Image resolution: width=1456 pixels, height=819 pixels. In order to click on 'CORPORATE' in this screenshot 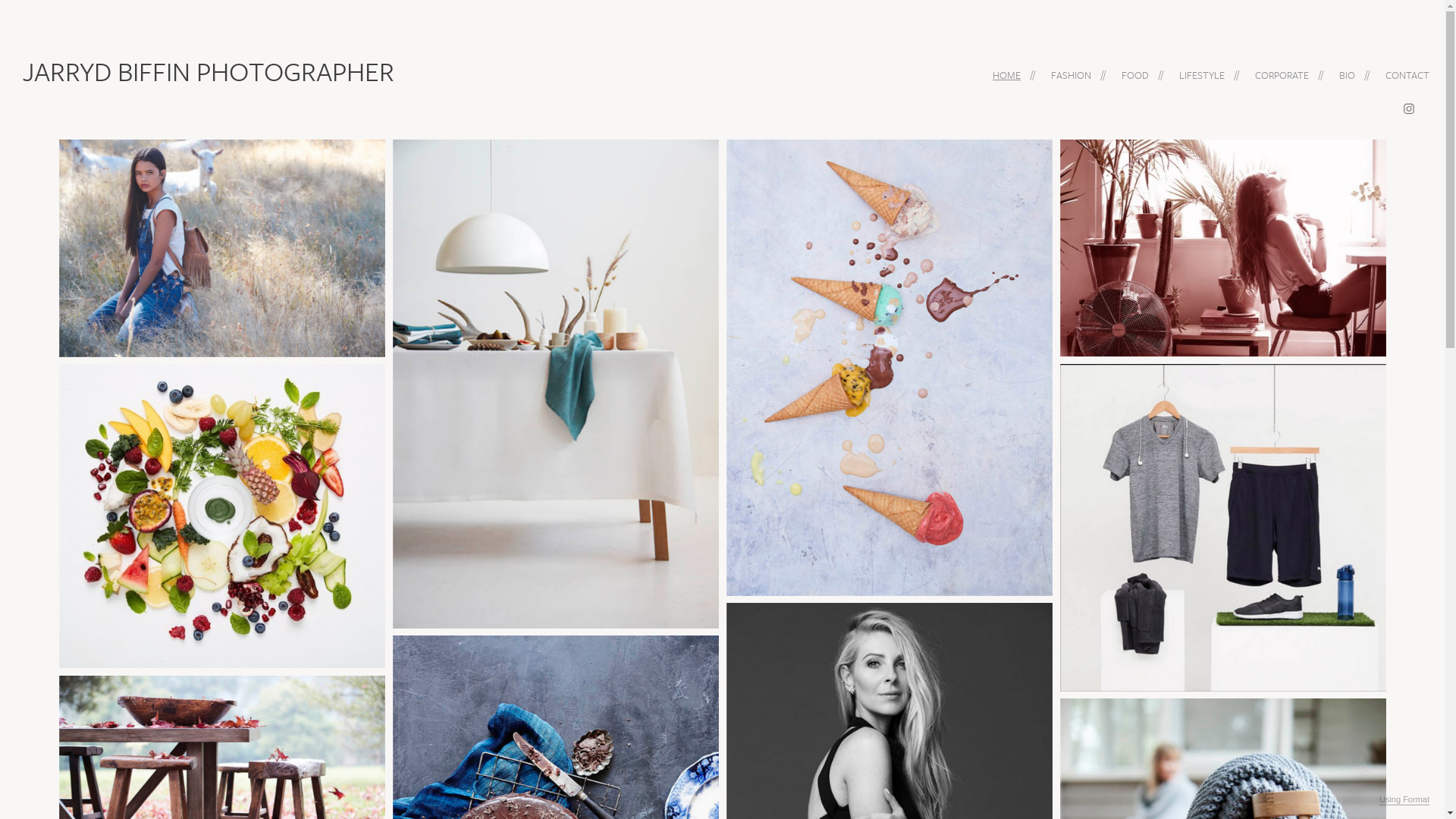, I will do `click(1281, 73)`.